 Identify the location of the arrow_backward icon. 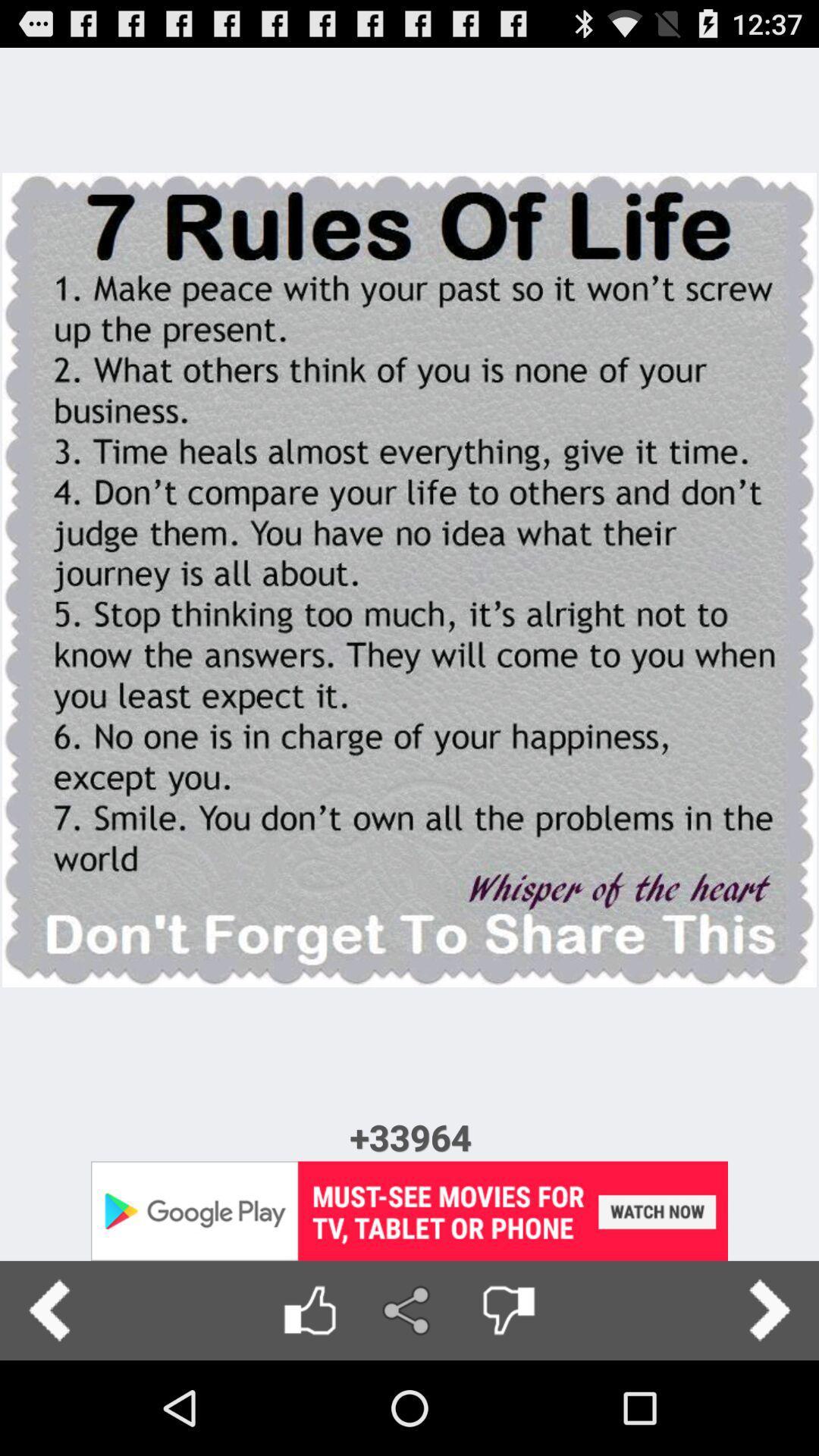
(49, 1401).